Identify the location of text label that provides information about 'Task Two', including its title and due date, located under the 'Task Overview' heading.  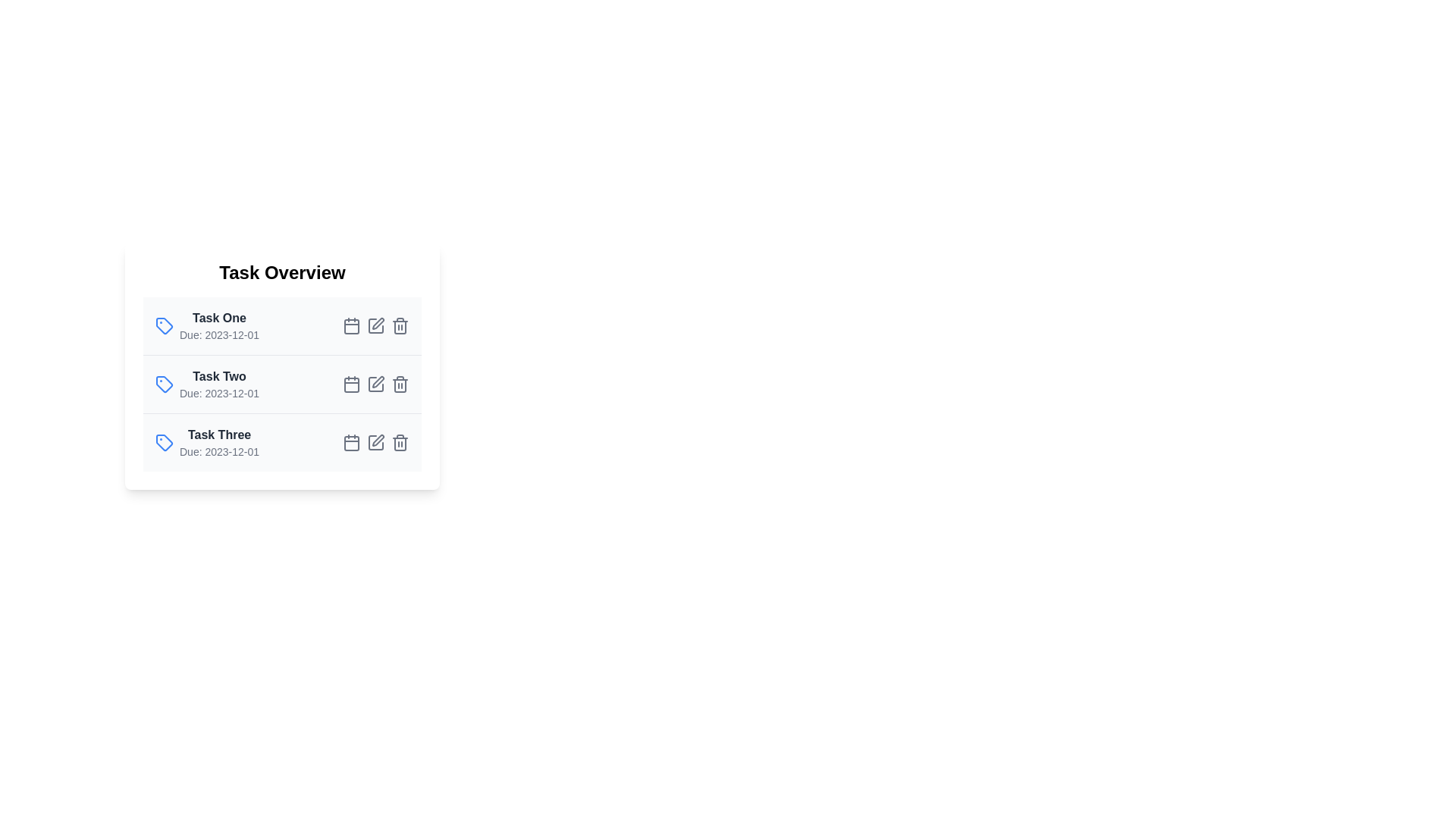
(218, 383).